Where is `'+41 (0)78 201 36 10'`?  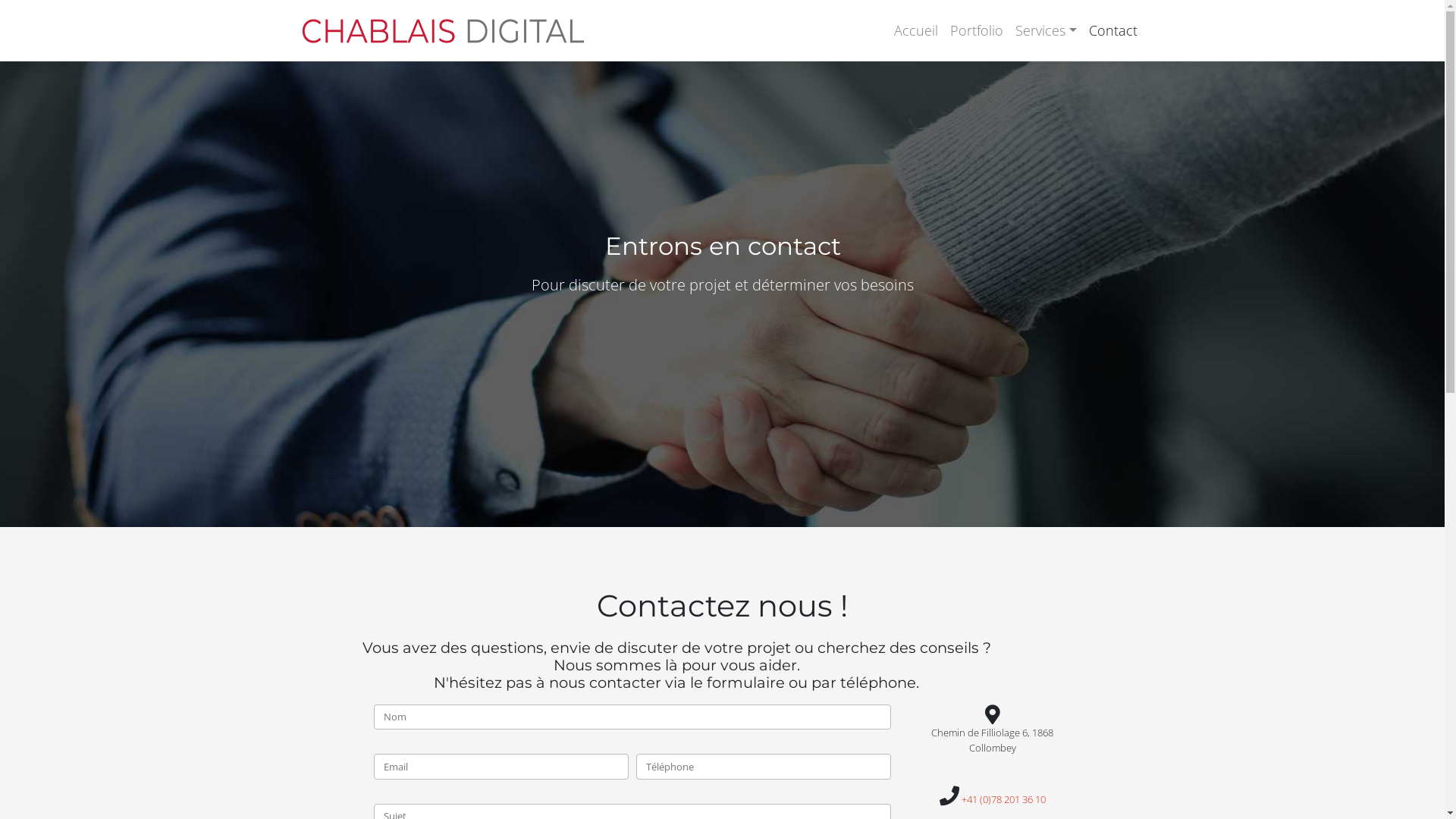 '+41 (0)78 201 36 10' is located at coordinates (960, 798).